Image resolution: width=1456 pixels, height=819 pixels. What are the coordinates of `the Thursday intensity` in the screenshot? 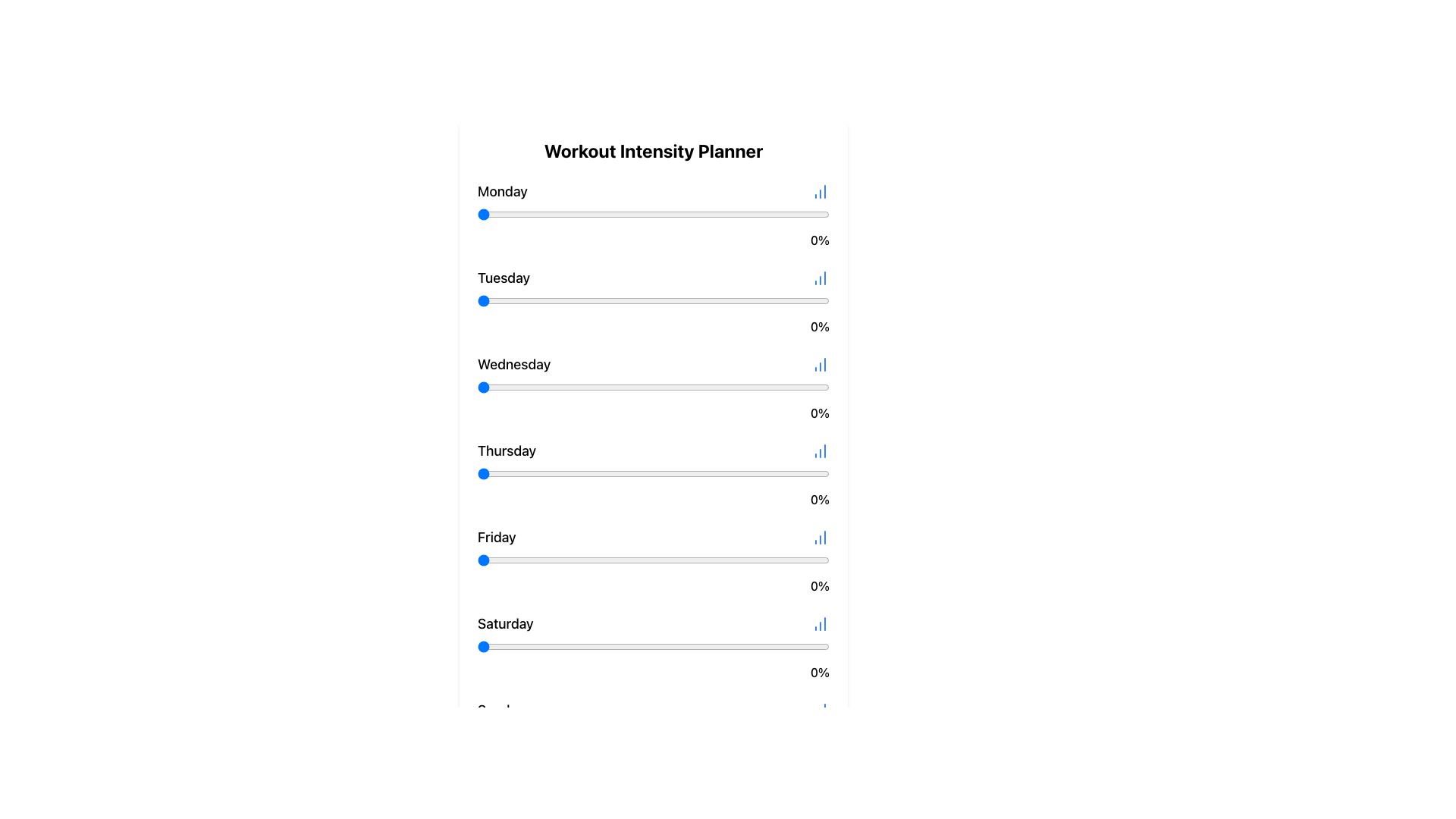 It's located at (537, 472).